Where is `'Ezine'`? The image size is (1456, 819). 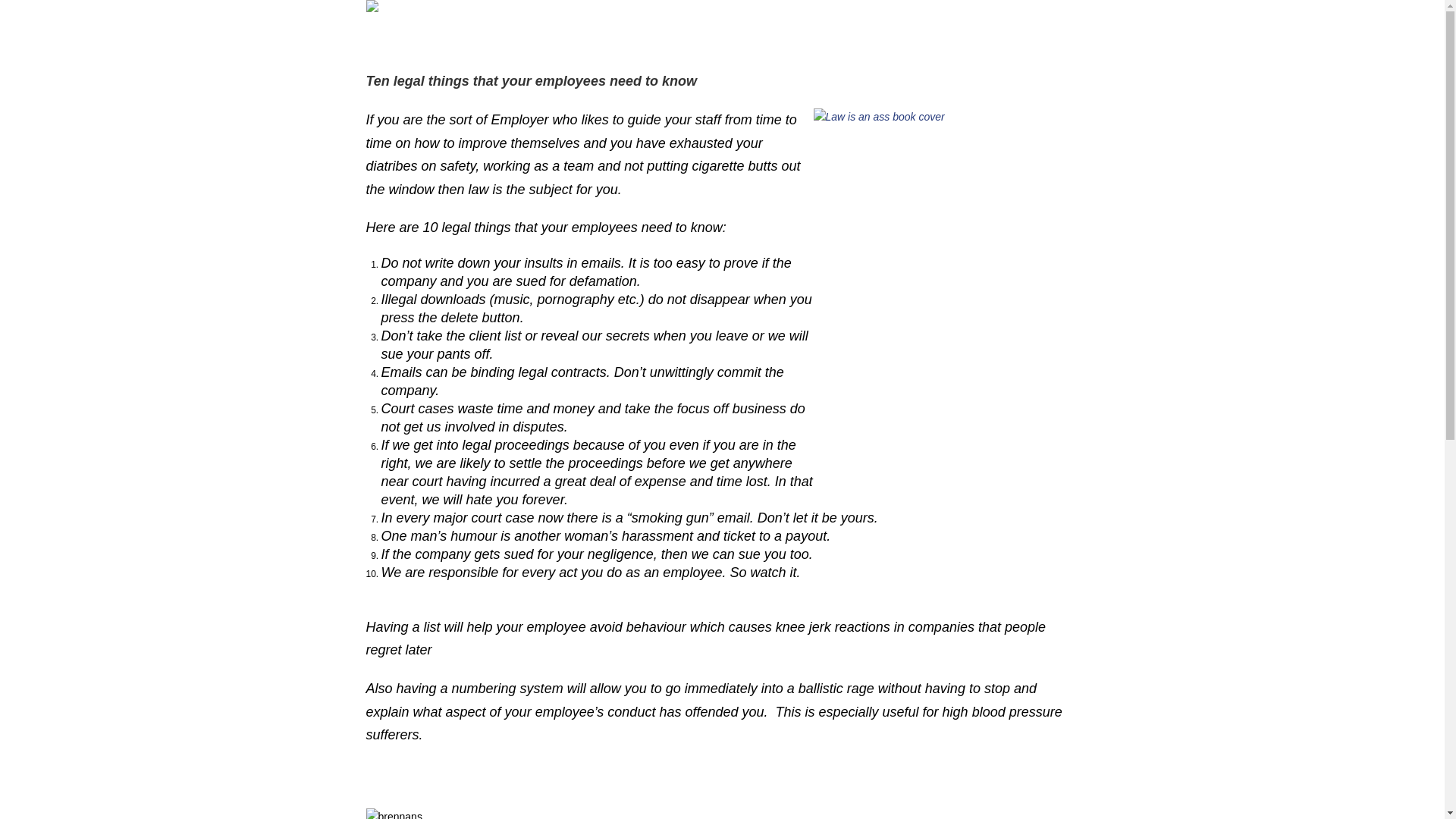 'Ezine' is located at coordinates (663, 32).